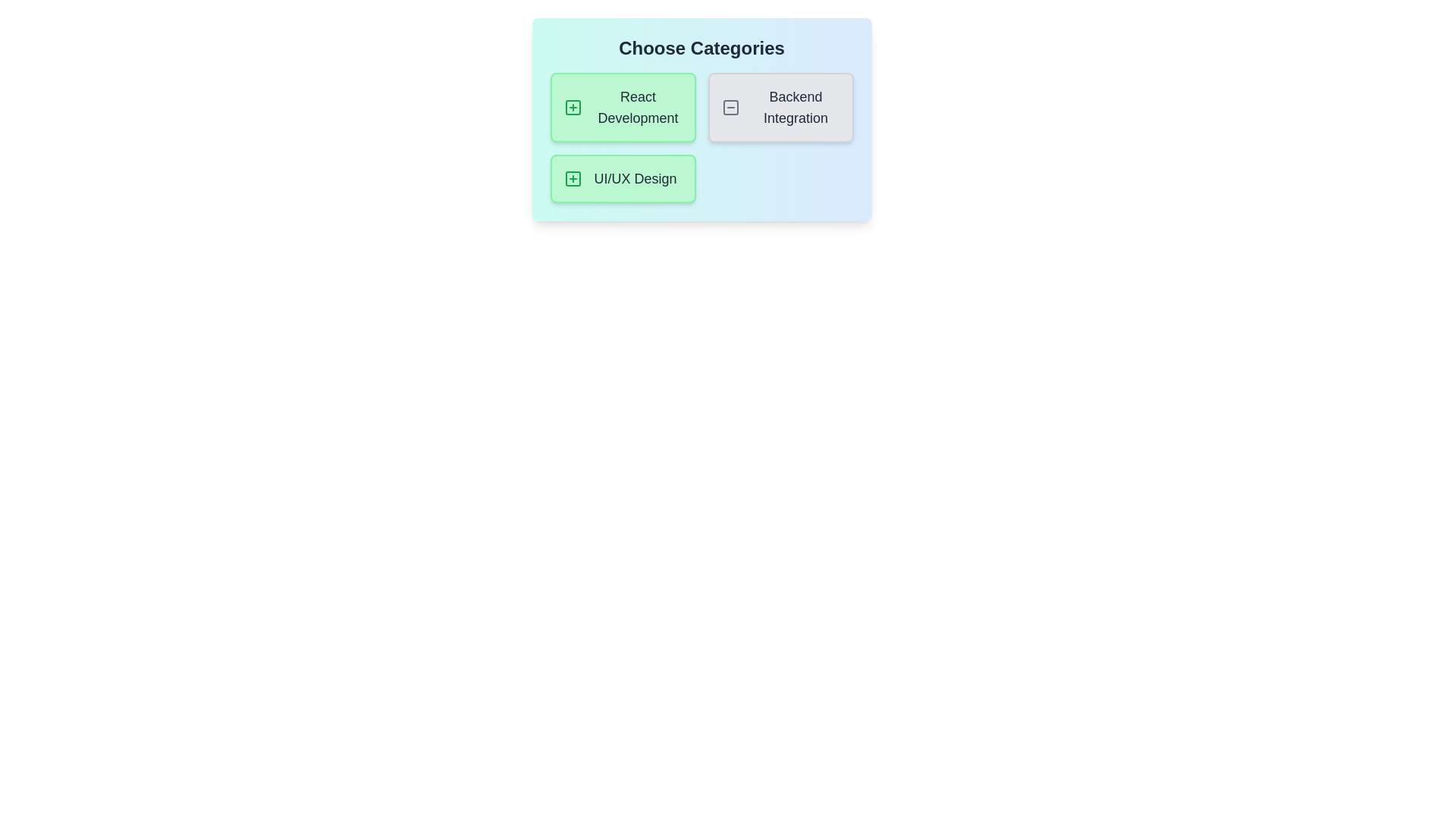 This screenshot has height=819, width=1456. Describe the element at coordinates (780, 107) in the screenshot. I see `the category Backend Integration` at that location.